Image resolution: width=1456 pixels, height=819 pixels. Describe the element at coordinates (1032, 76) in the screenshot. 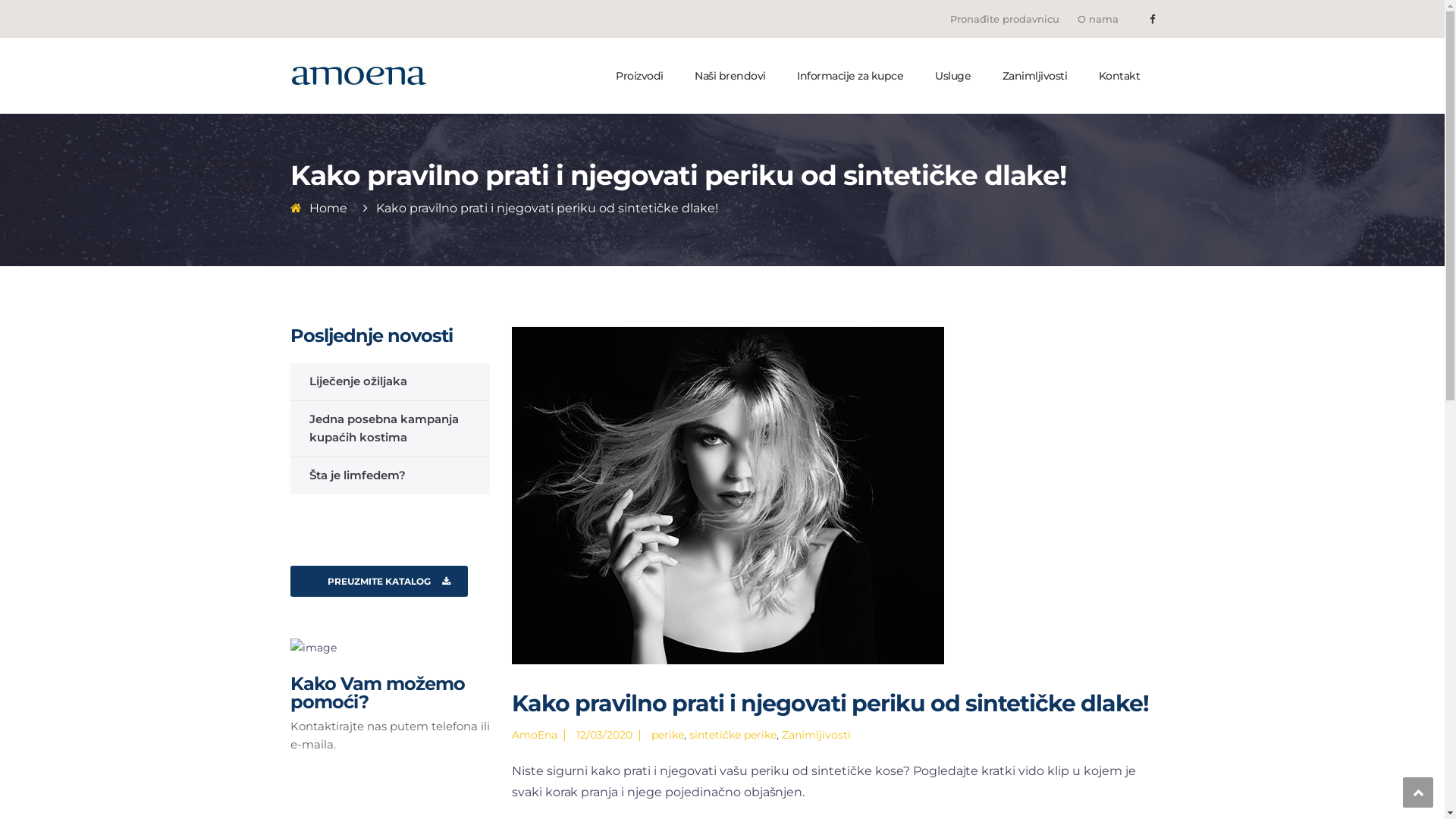

I see `'Zanimljivosti'` at that location.